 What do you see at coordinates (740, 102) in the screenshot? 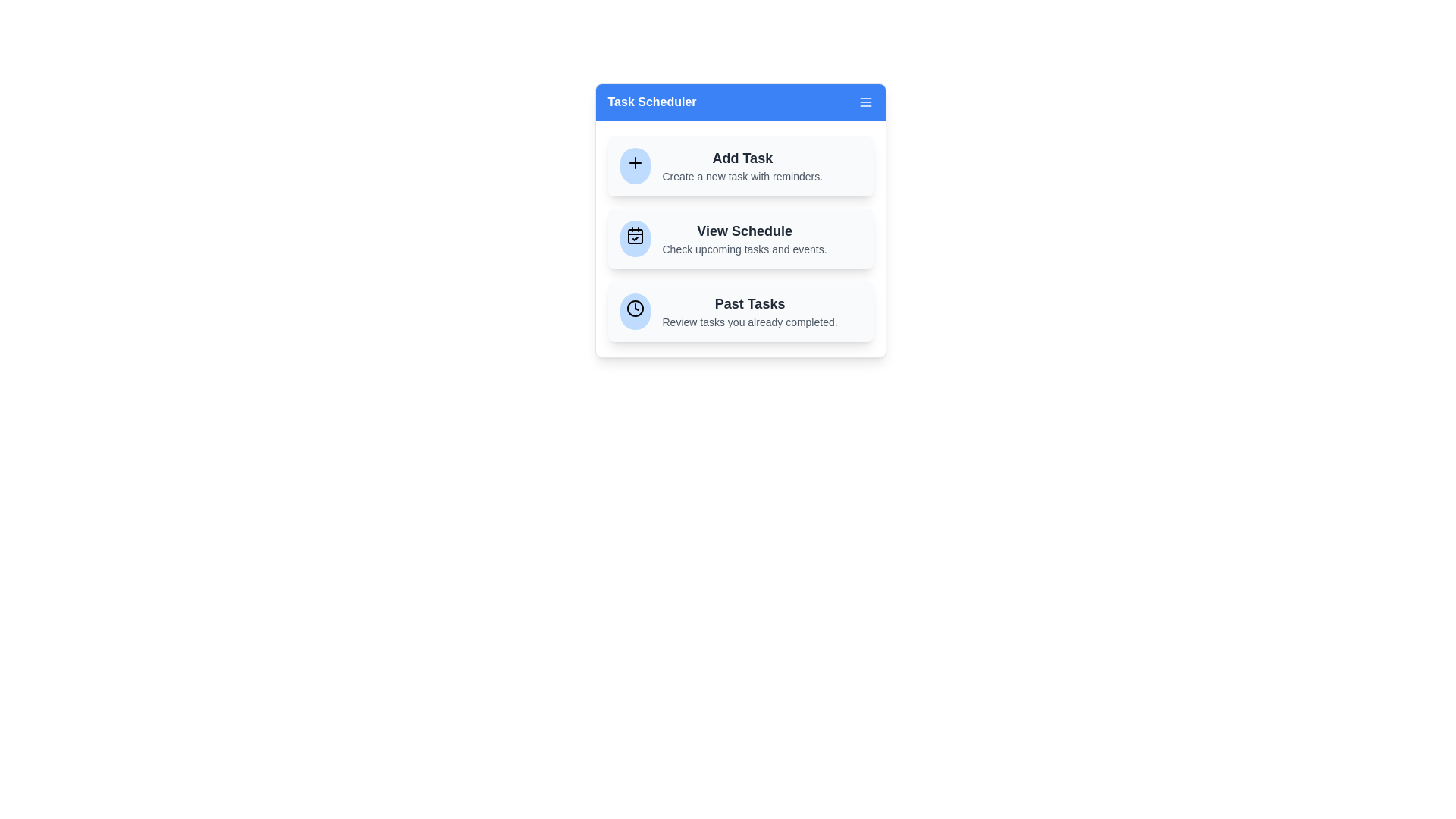
I see `the header button to toggle the menu visibility` at bounding box center [740, 102].